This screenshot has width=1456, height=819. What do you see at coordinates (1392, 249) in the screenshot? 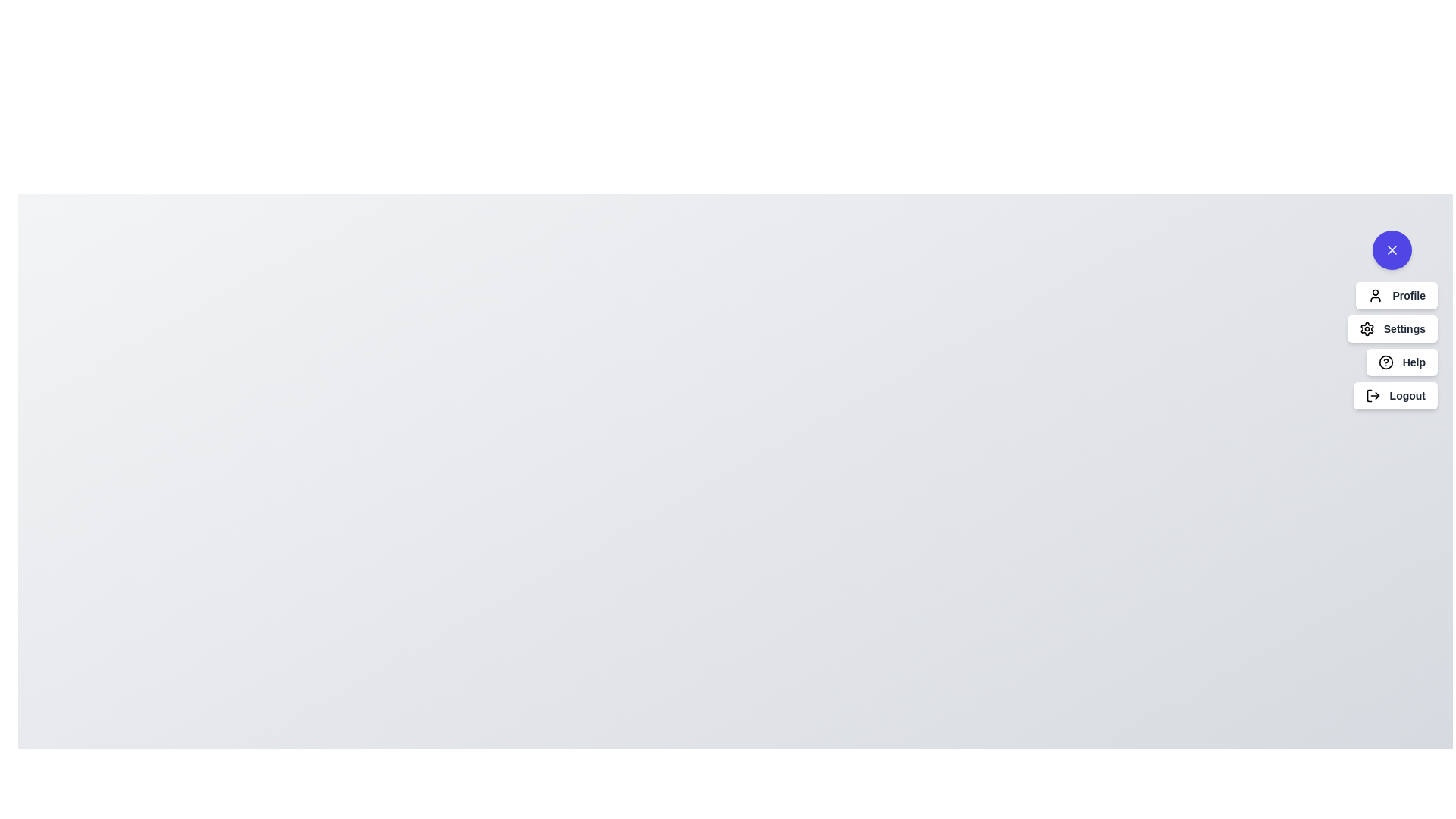
I see `toggle button to toggle the menu open or closed` at bounding box center [1392, 249].